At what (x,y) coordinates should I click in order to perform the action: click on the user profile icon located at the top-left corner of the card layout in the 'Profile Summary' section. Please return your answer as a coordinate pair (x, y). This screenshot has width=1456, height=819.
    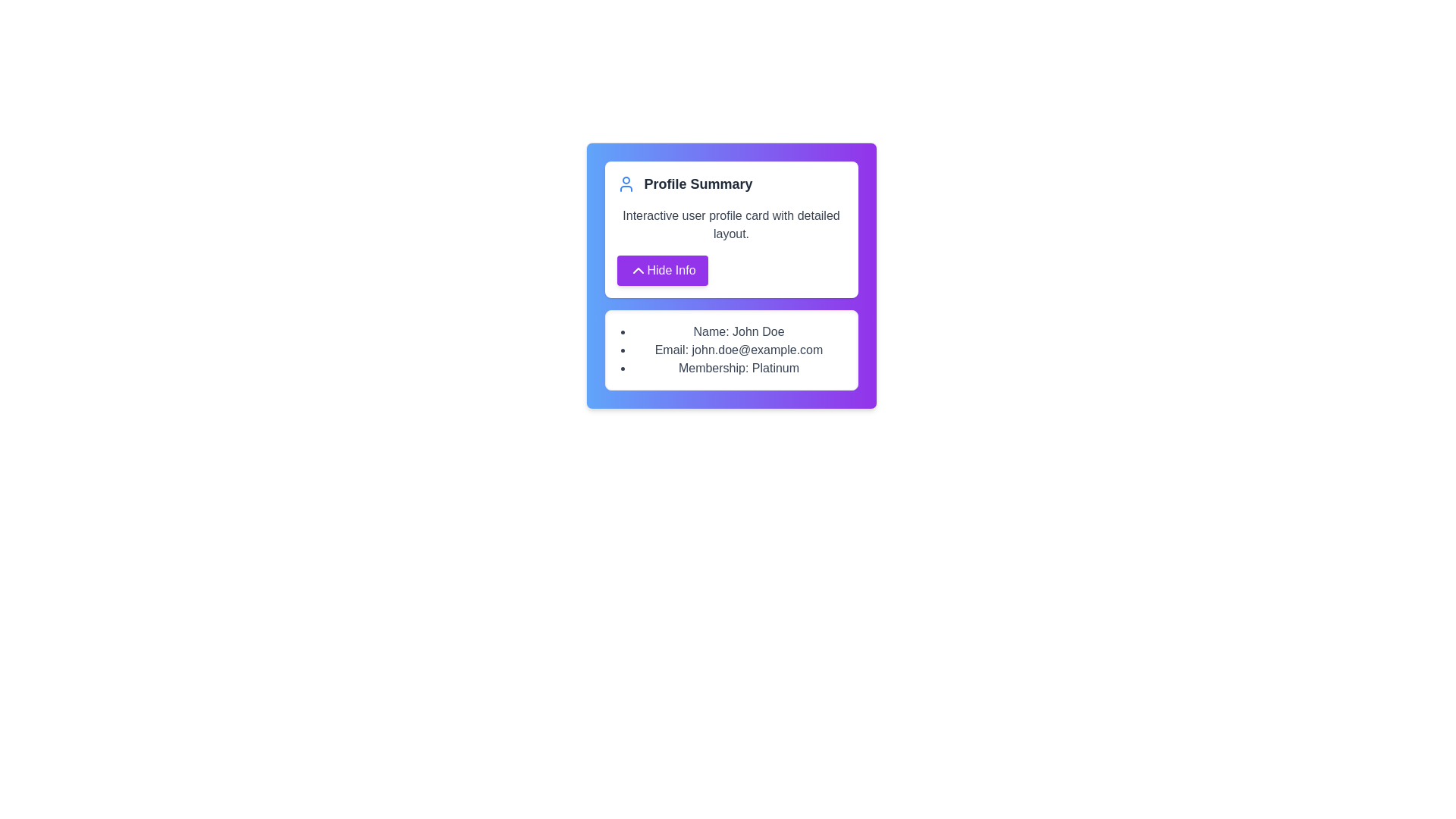
    Looking at the image, I should click on (626, 184).